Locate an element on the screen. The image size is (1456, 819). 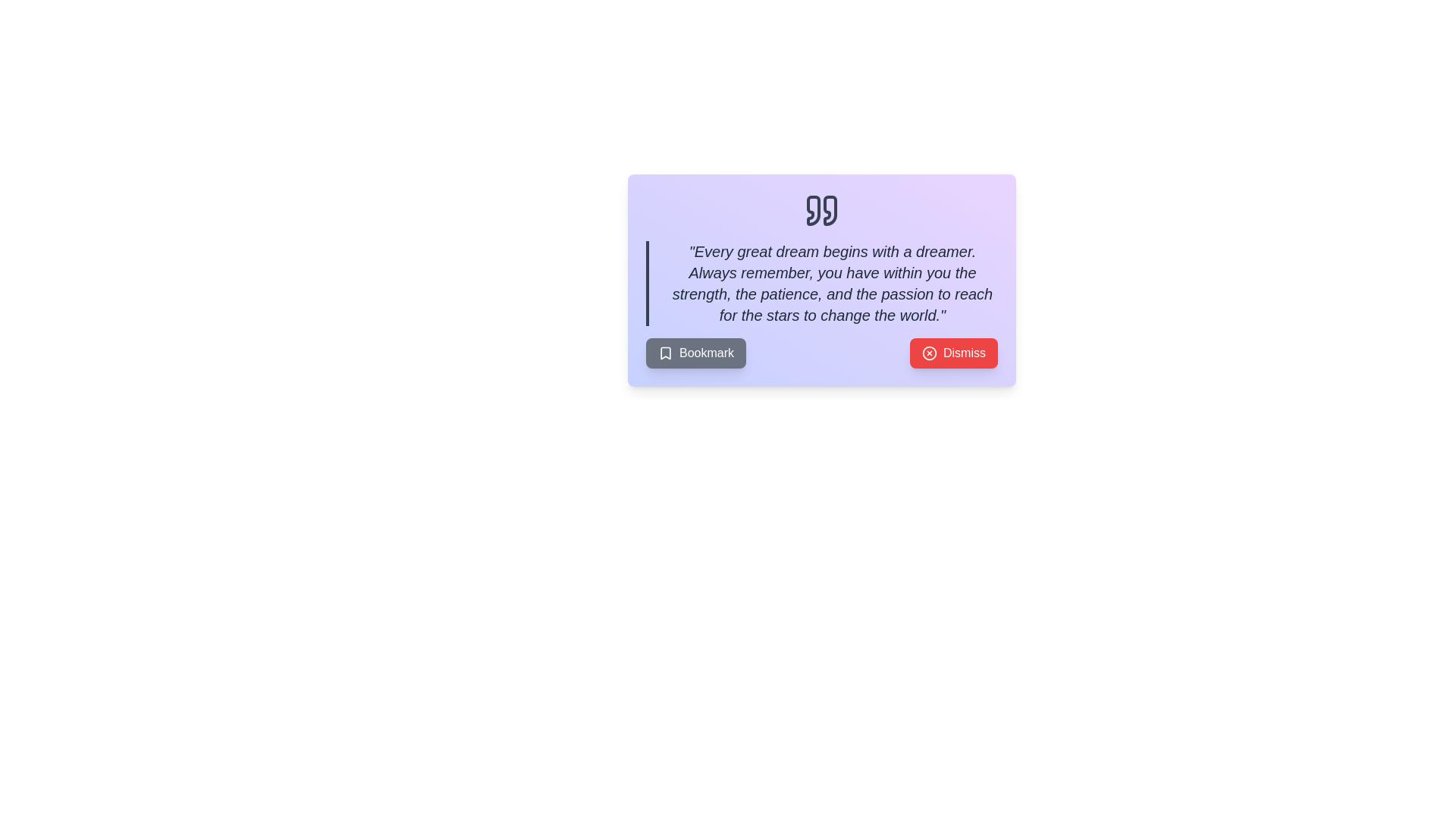
the gray quotation marks icon located at the center top of the card, which serves as a header for the content below is located at coordinates (821, 210).